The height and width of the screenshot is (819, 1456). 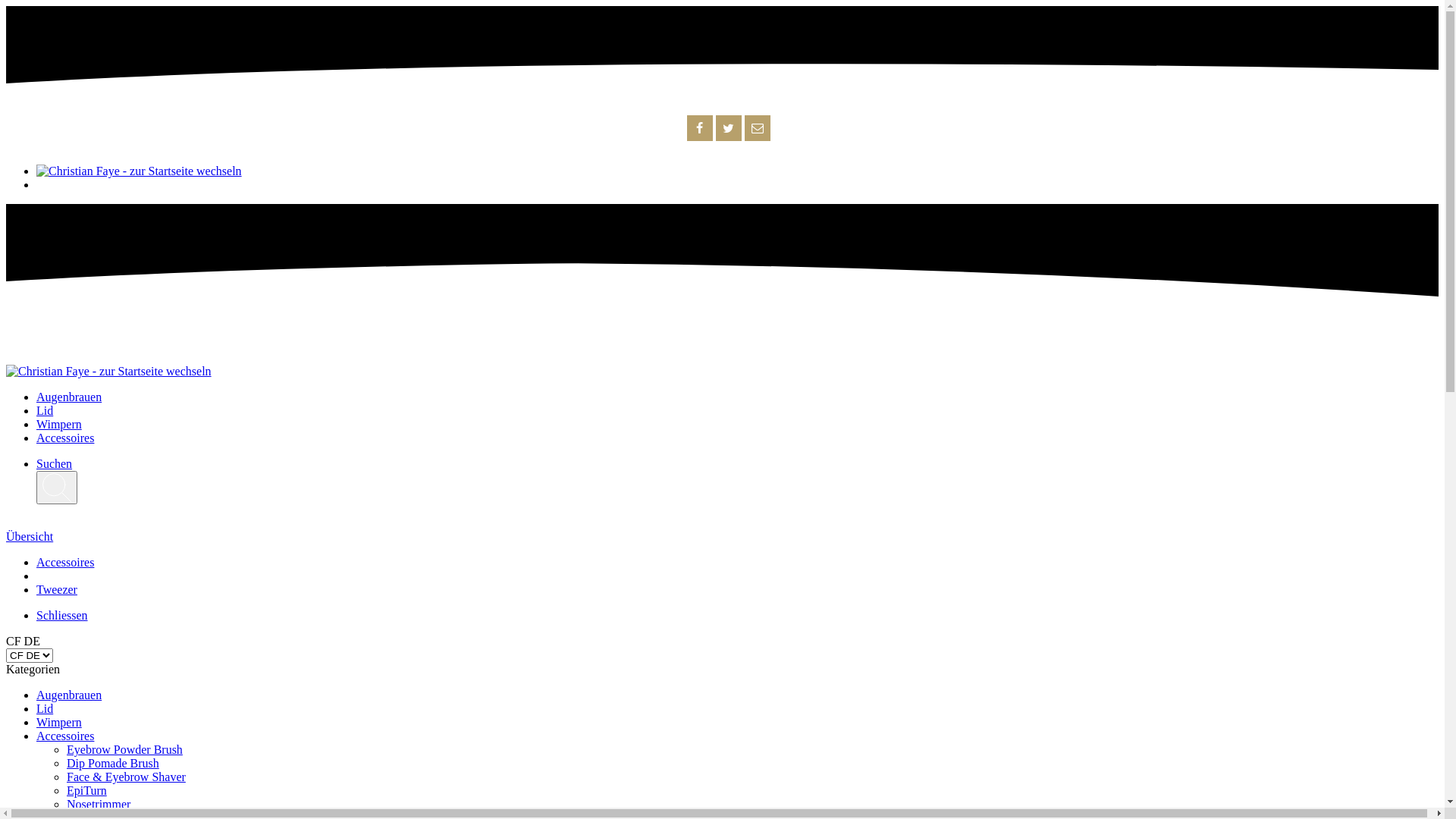 I want to click on 'EpiTurn', so click(x=86, y=789).